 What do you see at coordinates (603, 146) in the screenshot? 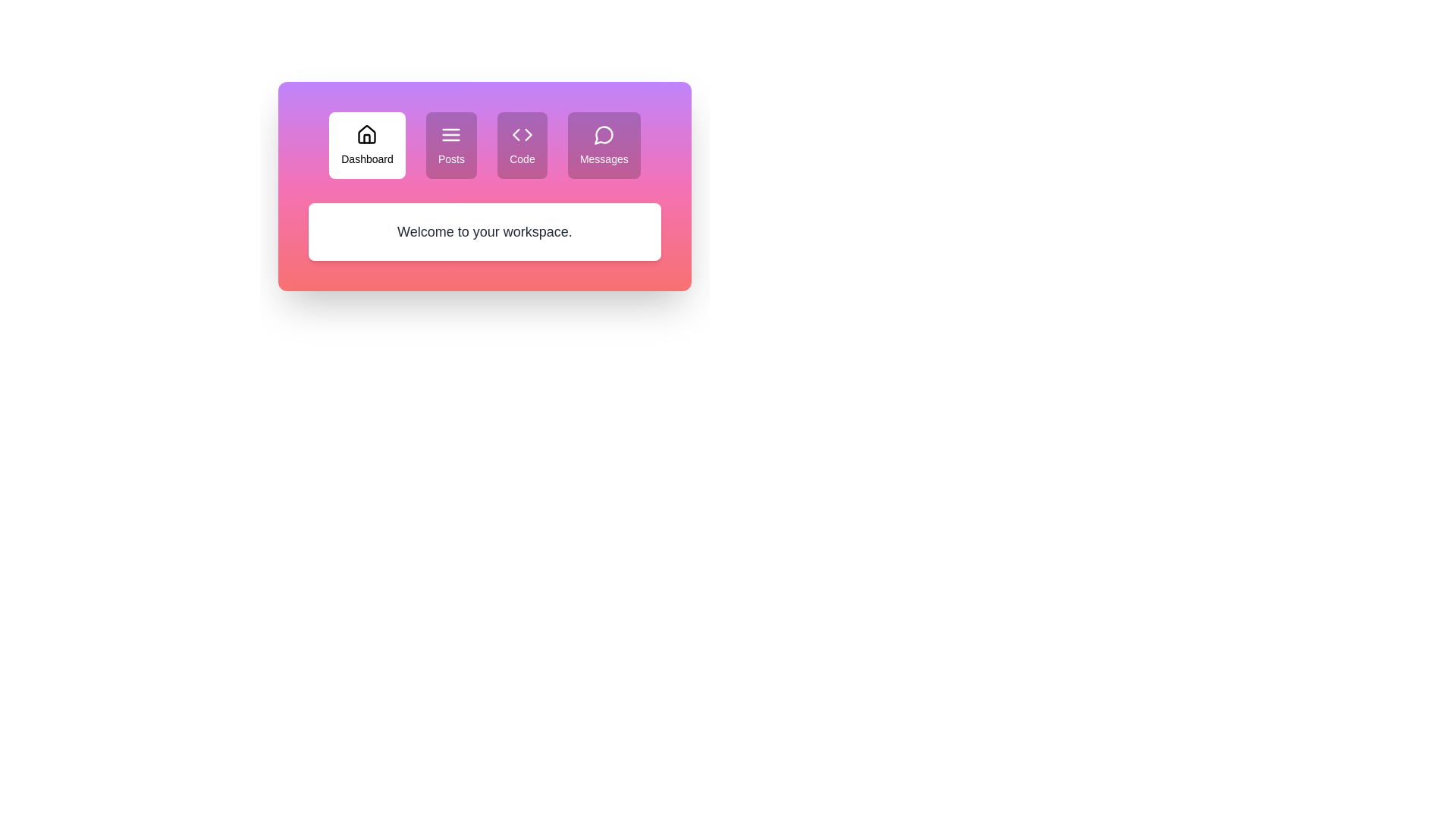
I see `the tab labeled Messages to observe visual changes` at bounding box center [603, 146].